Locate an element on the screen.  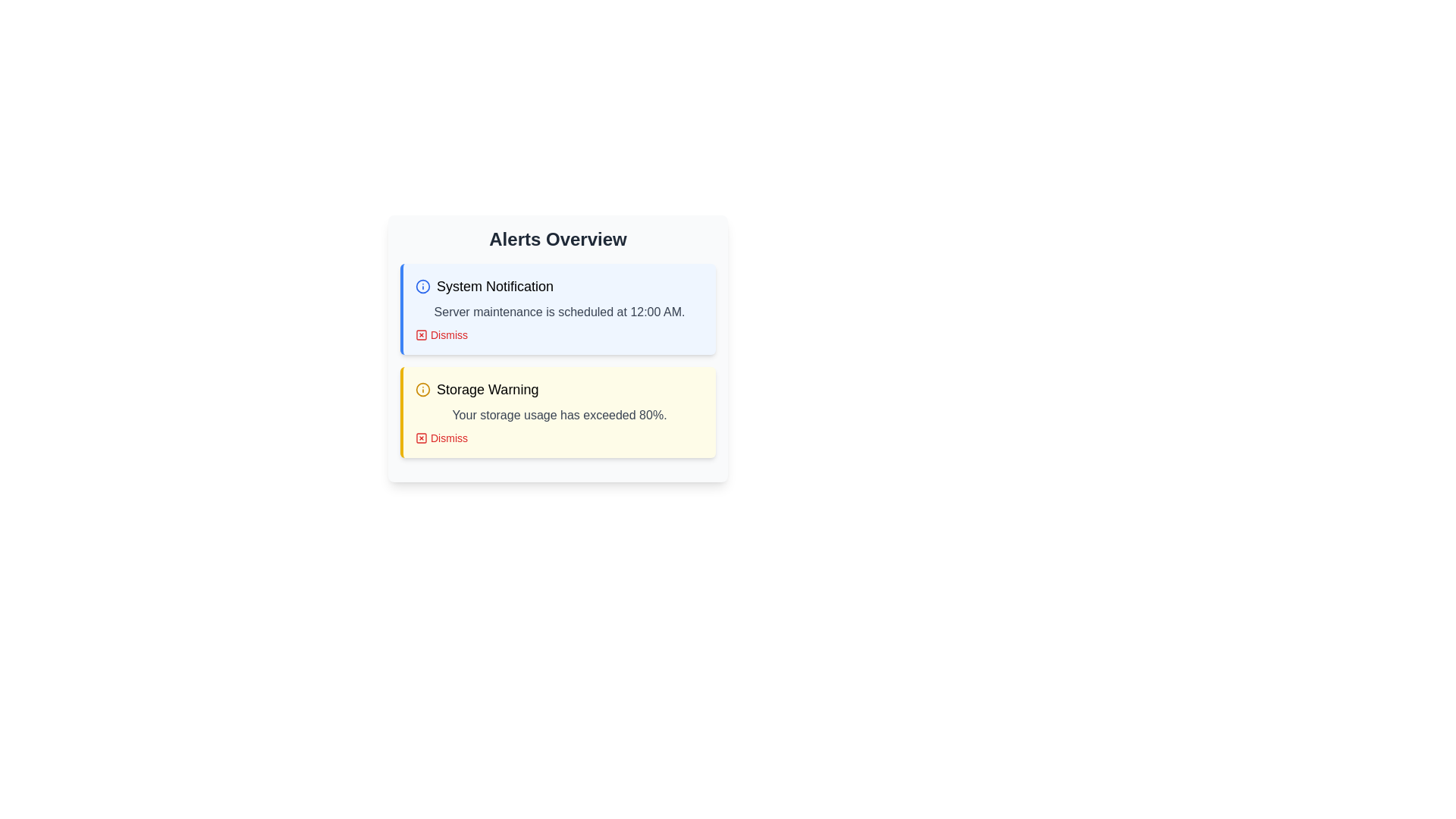
the dismiss button located at the bottom-right corner of the 'System Notification' alert is located at coordinates (441, 334).